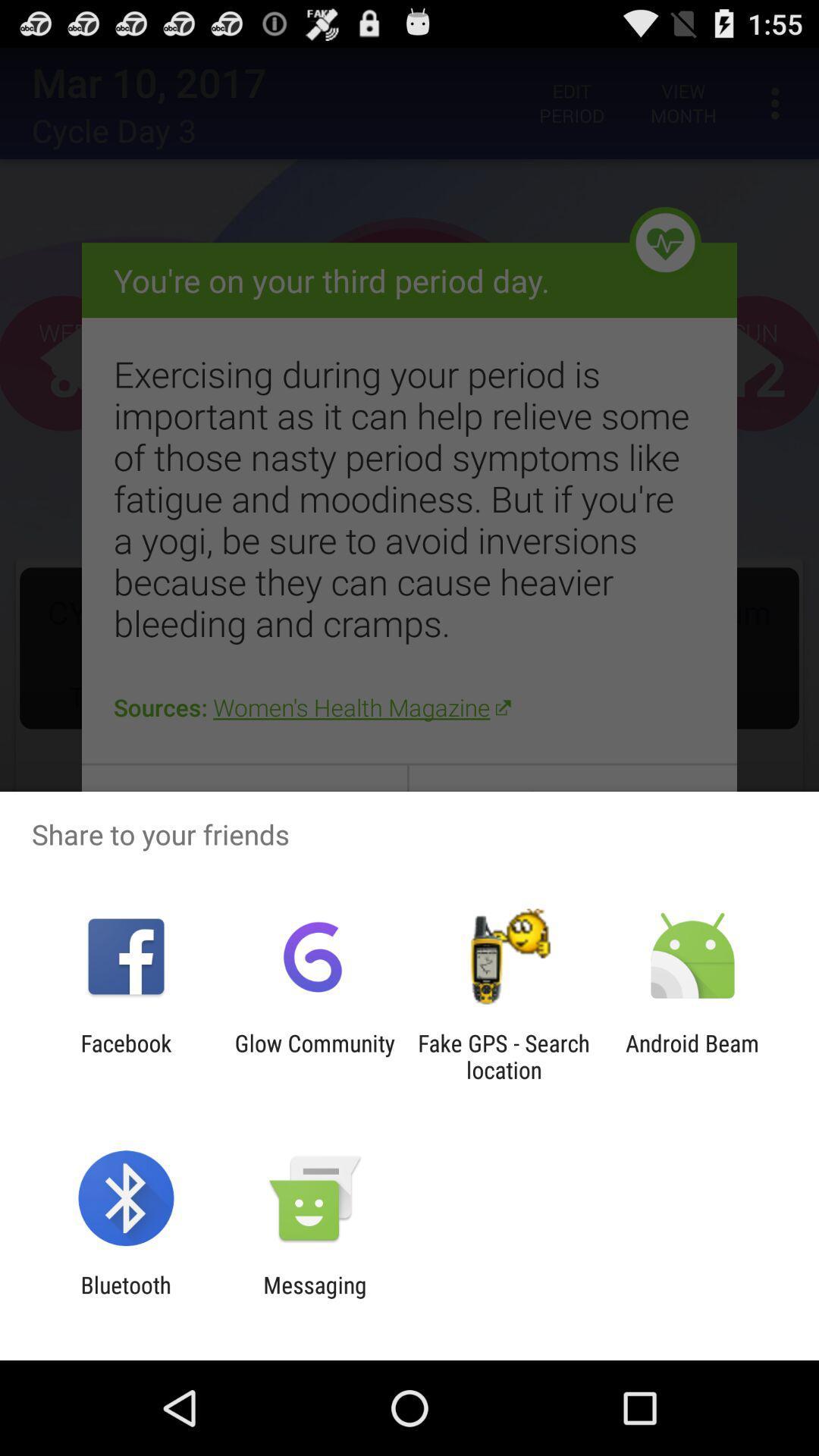 This screenshot has width=819, height=1456. I want to click on the icon next to glow community, so click(125, 1056).